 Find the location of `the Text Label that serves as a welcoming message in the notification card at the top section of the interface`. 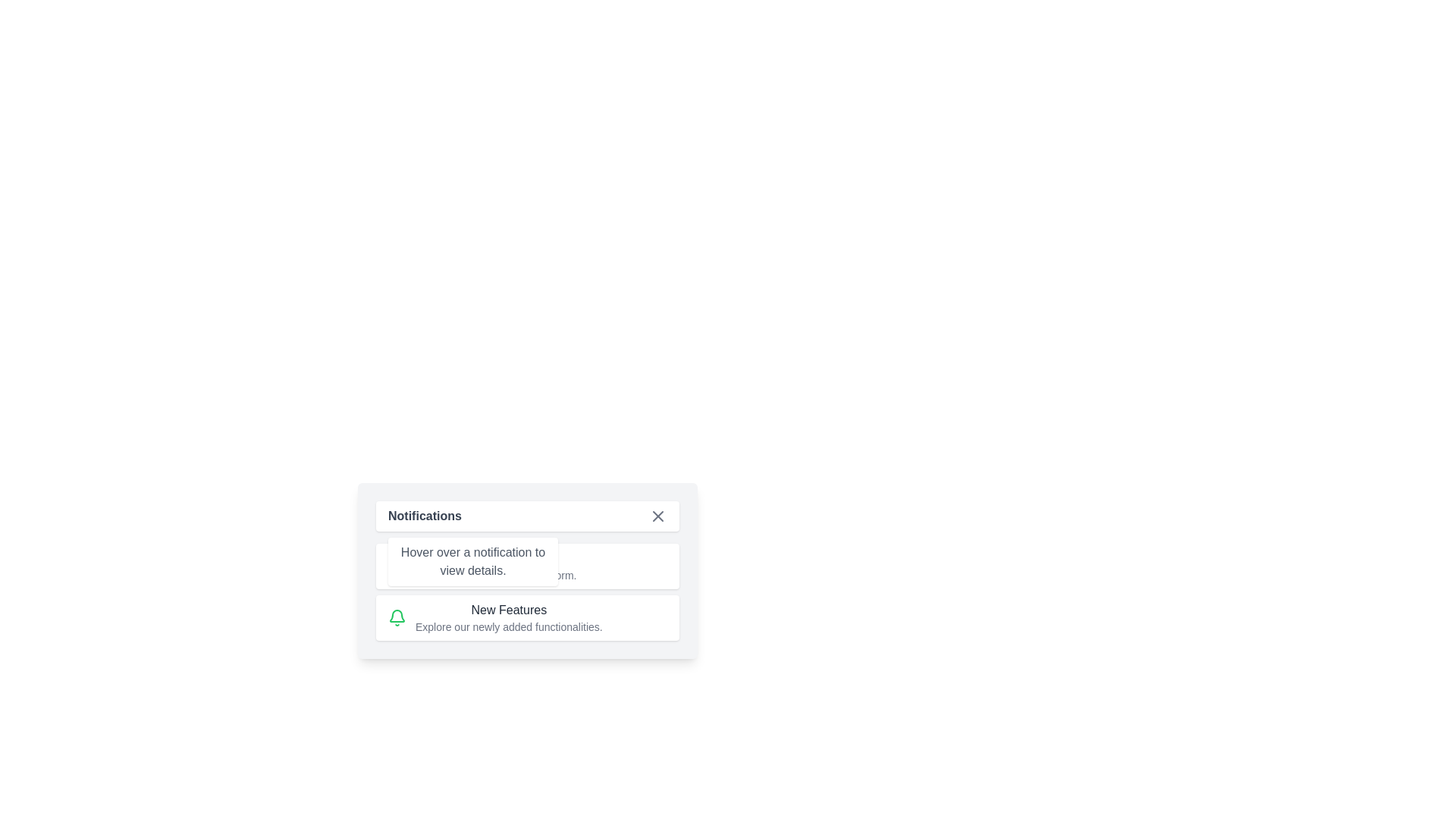

the Text Label that serves as a welcoming message in the notification card at the top section of the interface is located at coordinates (496, 558).